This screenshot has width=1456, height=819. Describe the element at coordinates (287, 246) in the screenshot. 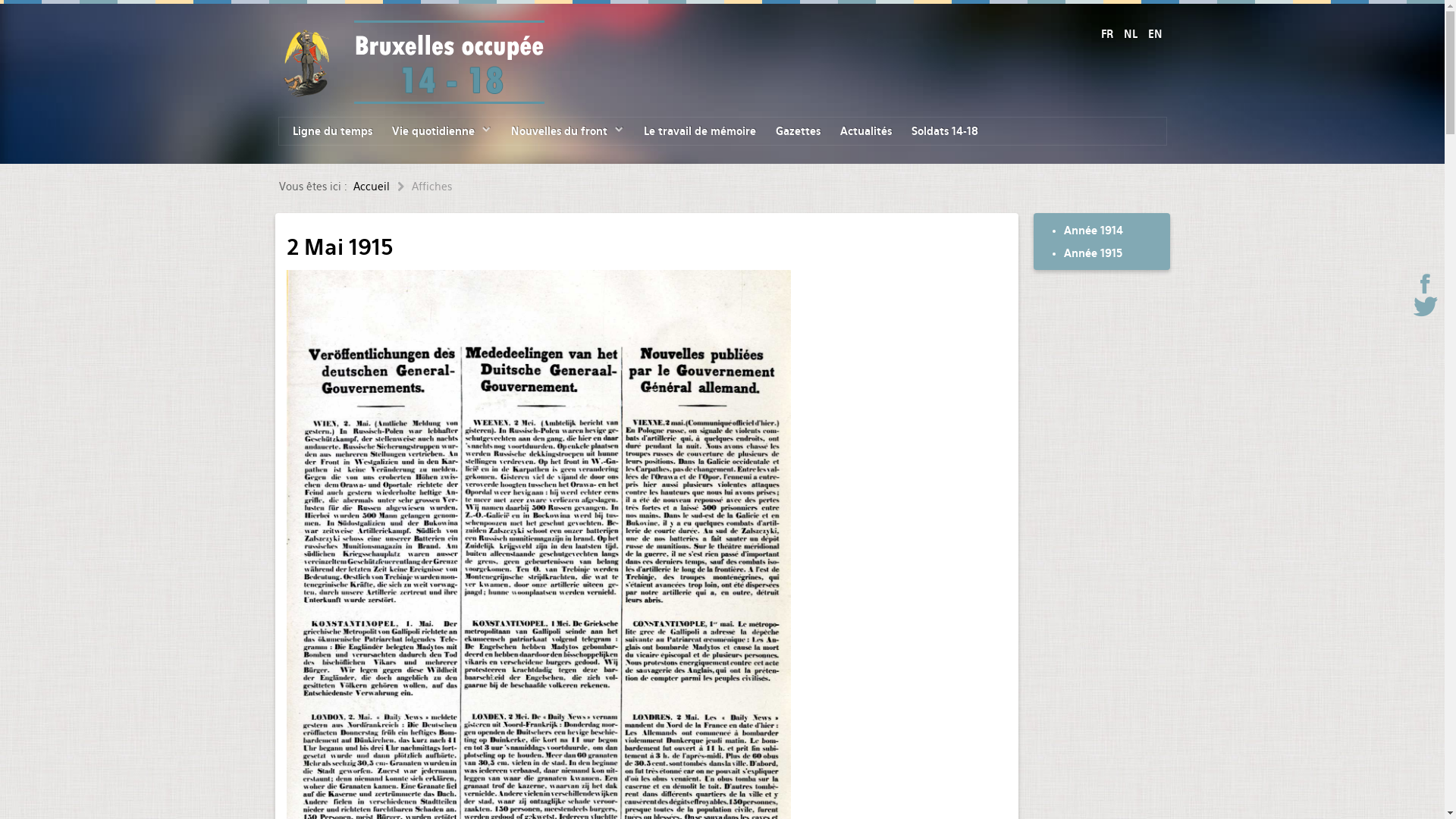

I see `'2 Mai 1915'` at that location.